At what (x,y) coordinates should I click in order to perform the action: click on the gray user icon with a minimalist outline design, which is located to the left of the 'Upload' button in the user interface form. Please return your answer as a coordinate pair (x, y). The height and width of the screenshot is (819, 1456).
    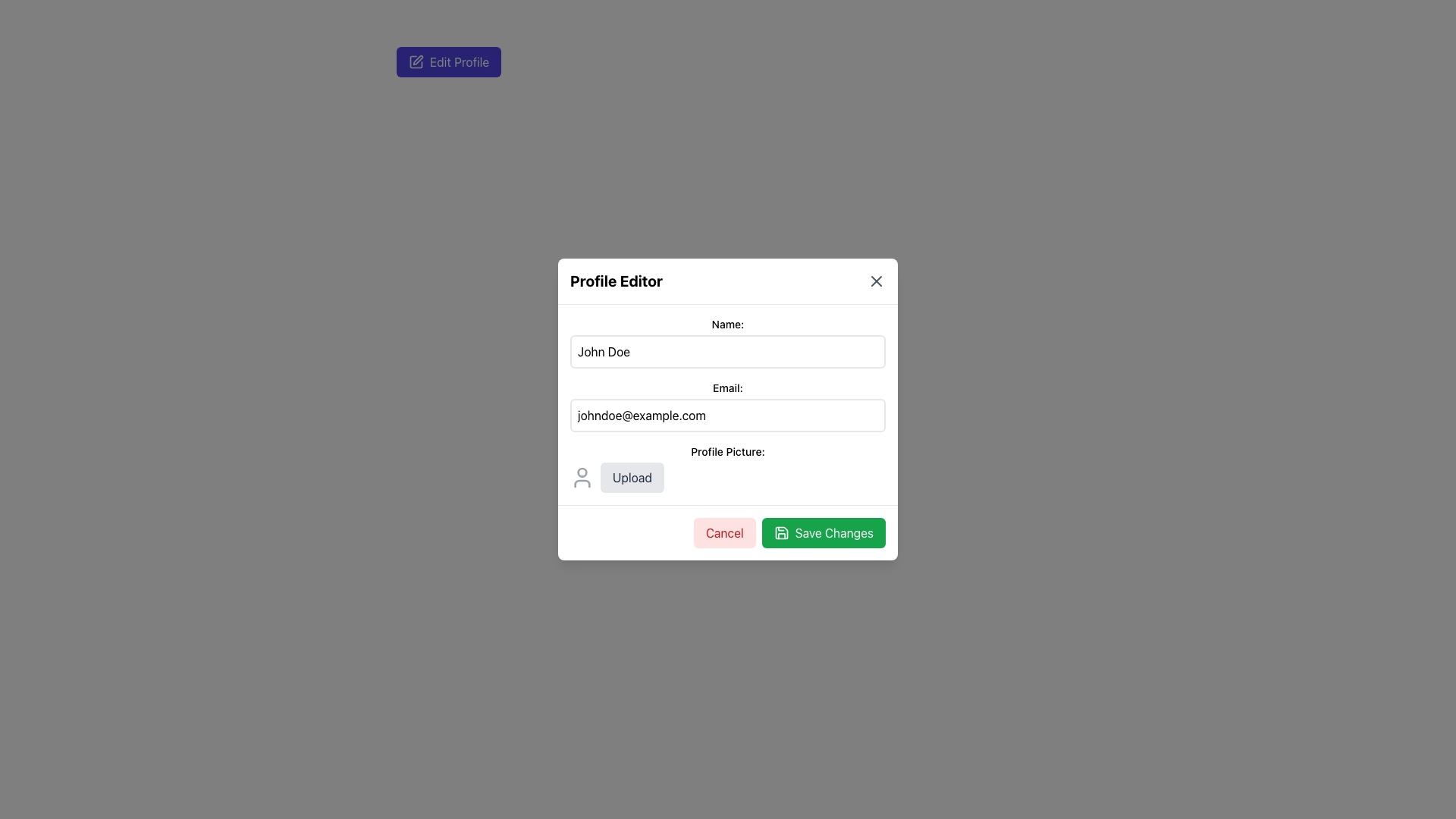
    Looking at the image, I should click on (582, 476).